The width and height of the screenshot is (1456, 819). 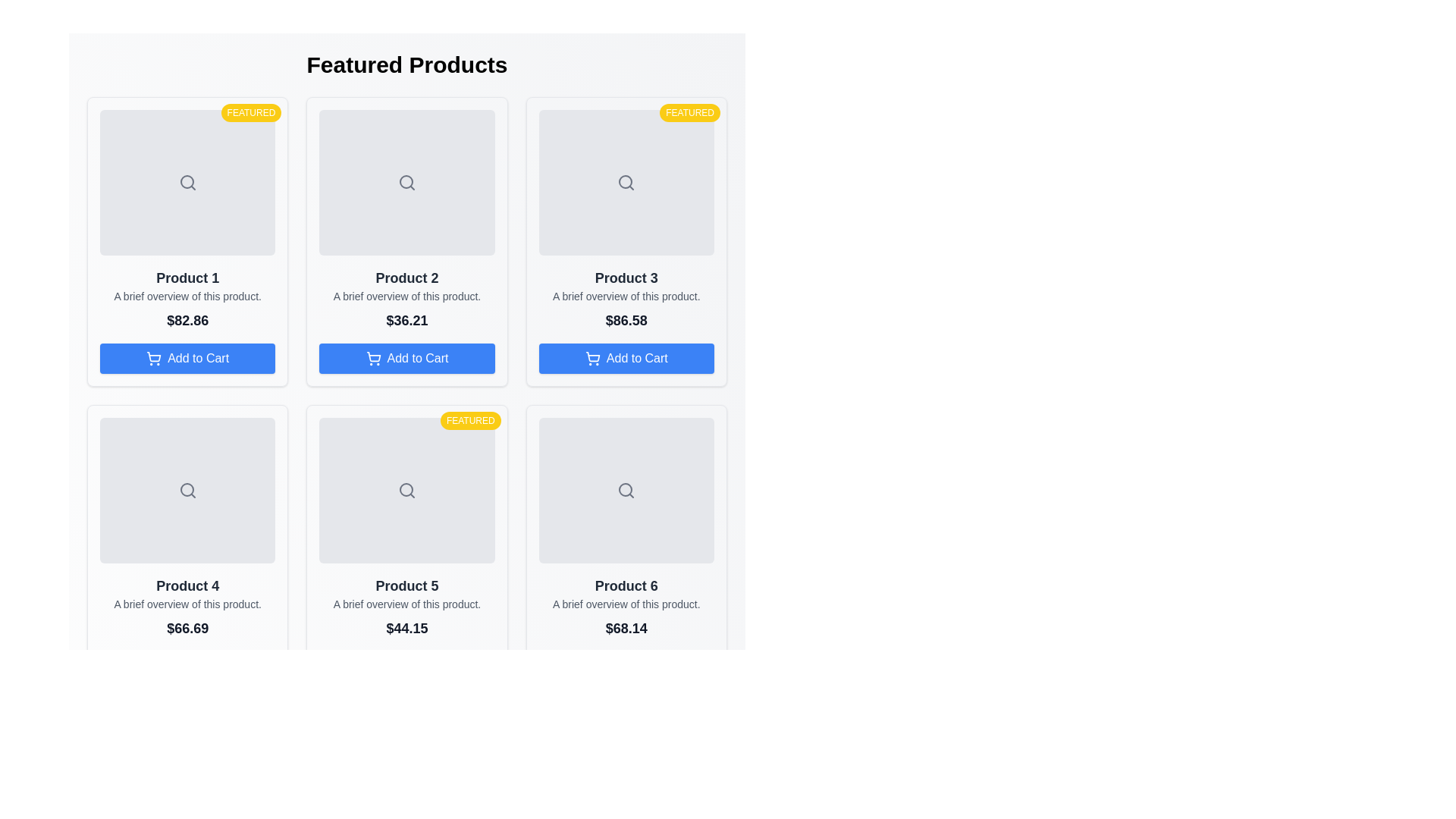 I want to click on the image placeholder with an icon in the product card for 'Product 6', so click(x=626, y=491).